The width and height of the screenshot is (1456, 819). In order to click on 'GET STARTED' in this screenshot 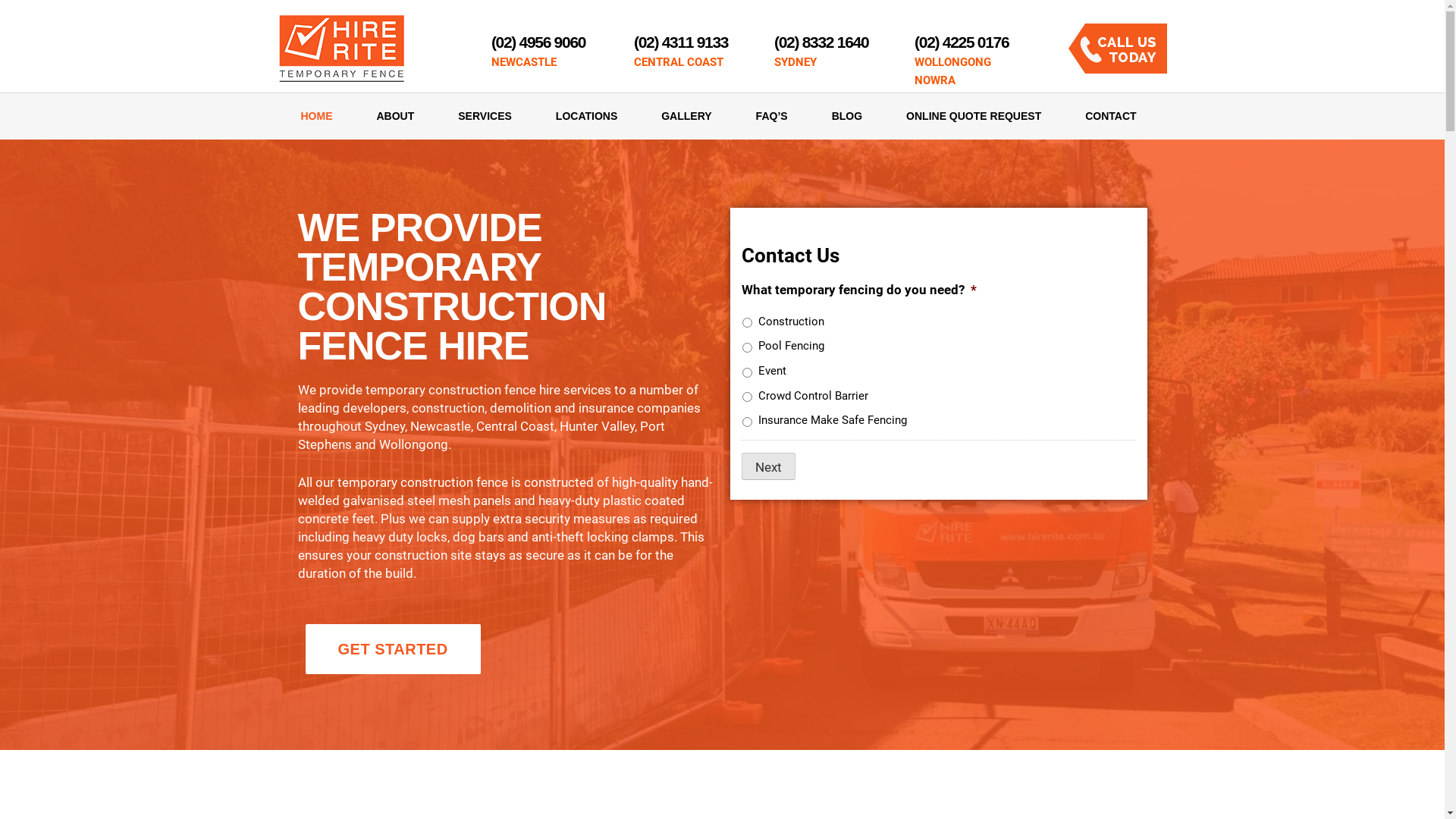, I will do `click(392, 648)`.